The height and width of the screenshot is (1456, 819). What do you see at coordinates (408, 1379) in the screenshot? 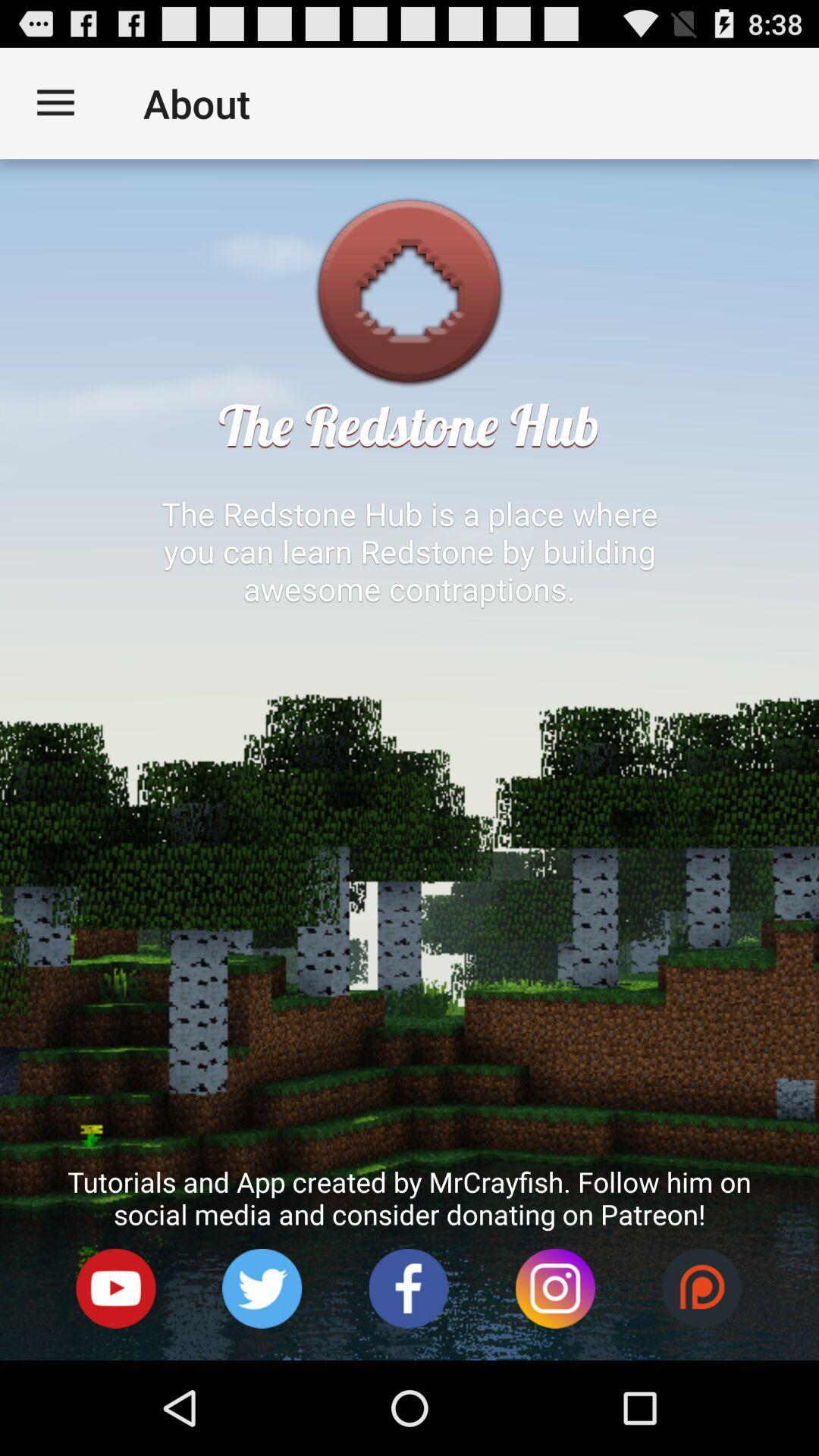
I see `the facebook icon` at bounding box center [408, 1379].